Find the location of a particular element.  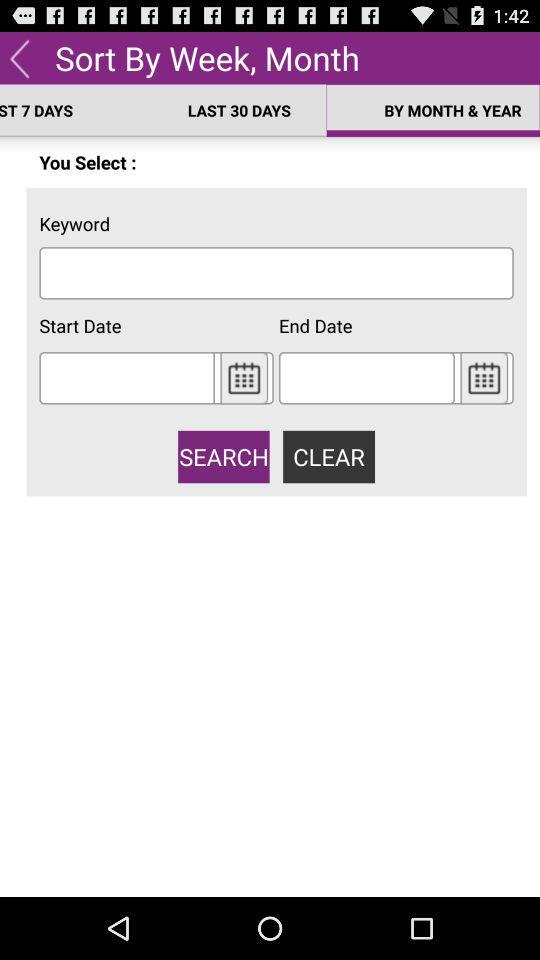

app next to sort by week app is located at coordinates (18, 56).